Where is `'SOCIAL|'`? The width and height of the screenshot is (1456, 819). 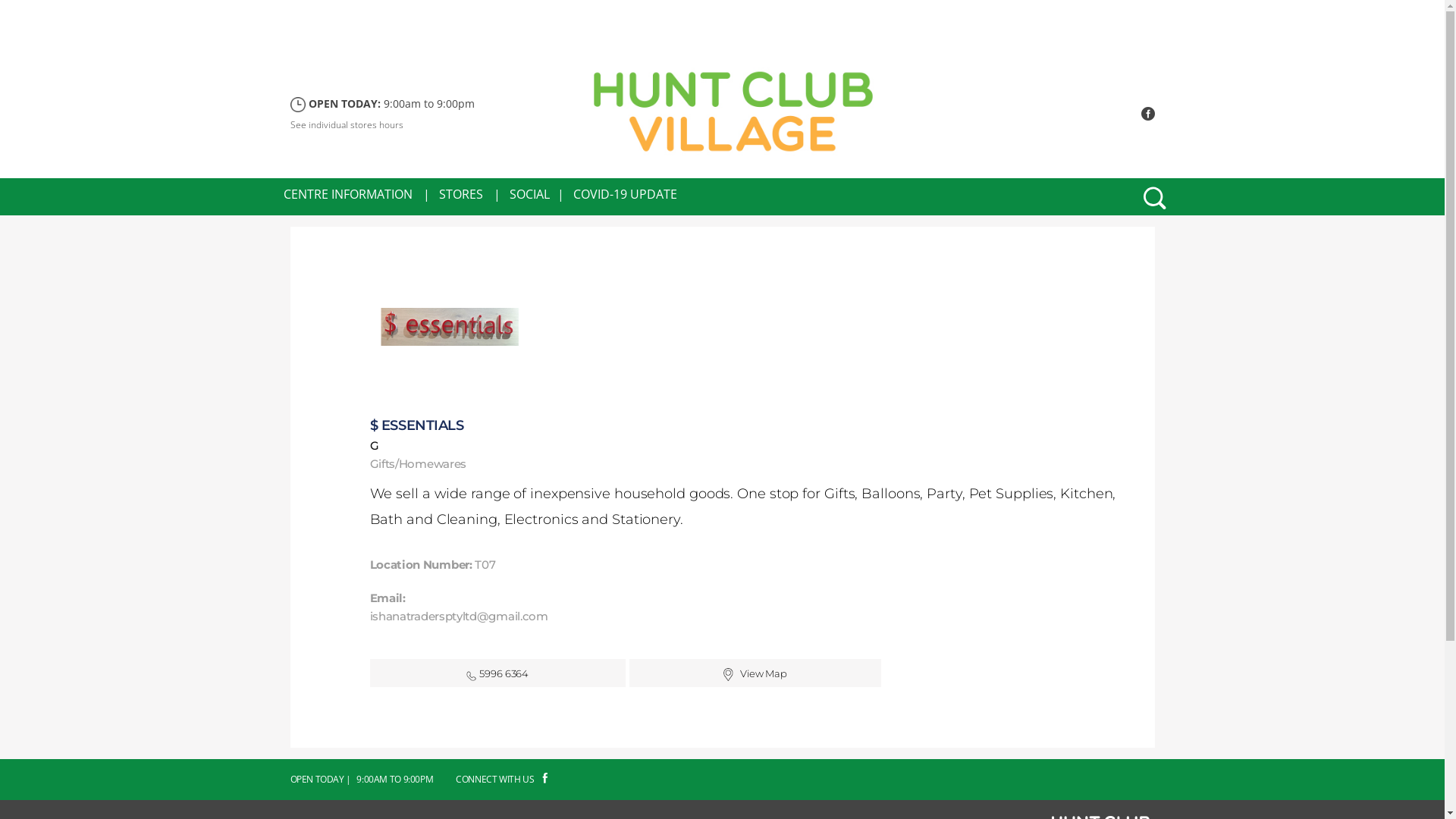 'SOCIAL|' is located at coordinates (537, 193).